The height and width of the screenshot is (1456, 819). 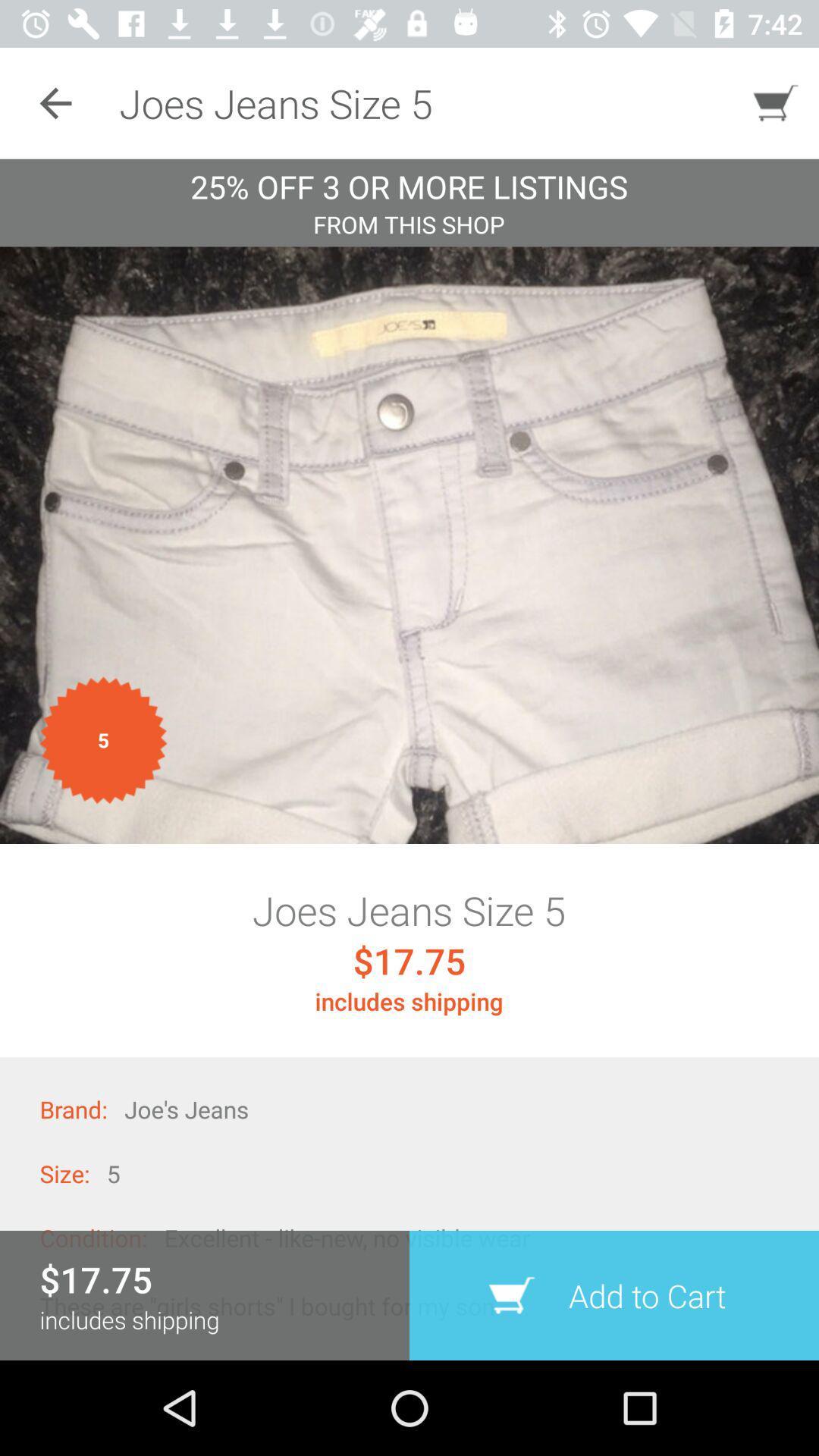 I want to click on item next to joes jeans size item, so click(x=55, y=102).